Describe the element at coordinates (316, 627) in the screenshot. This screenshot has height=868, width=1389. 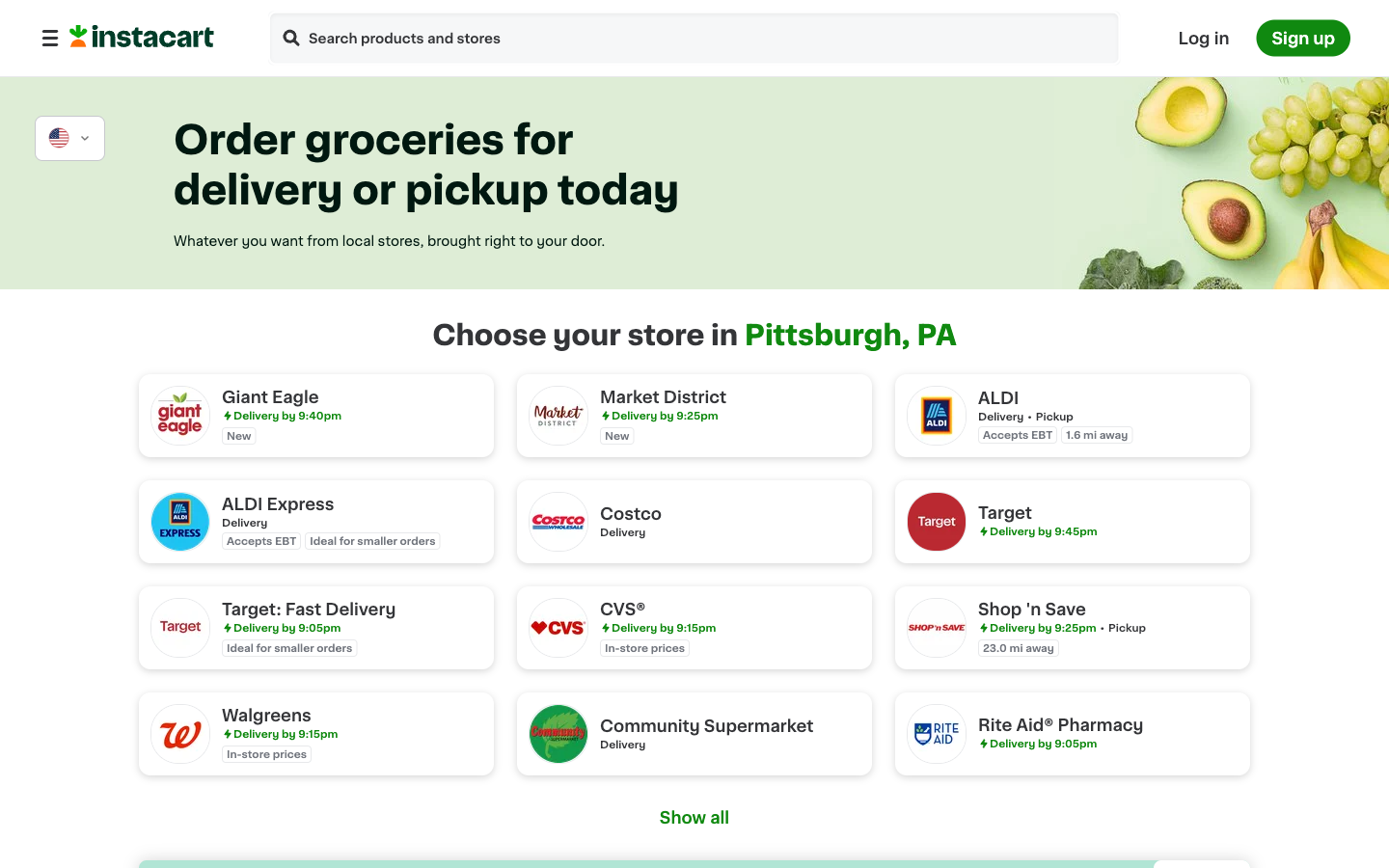
I see `Request swift dispatch from Target Store` at that location.